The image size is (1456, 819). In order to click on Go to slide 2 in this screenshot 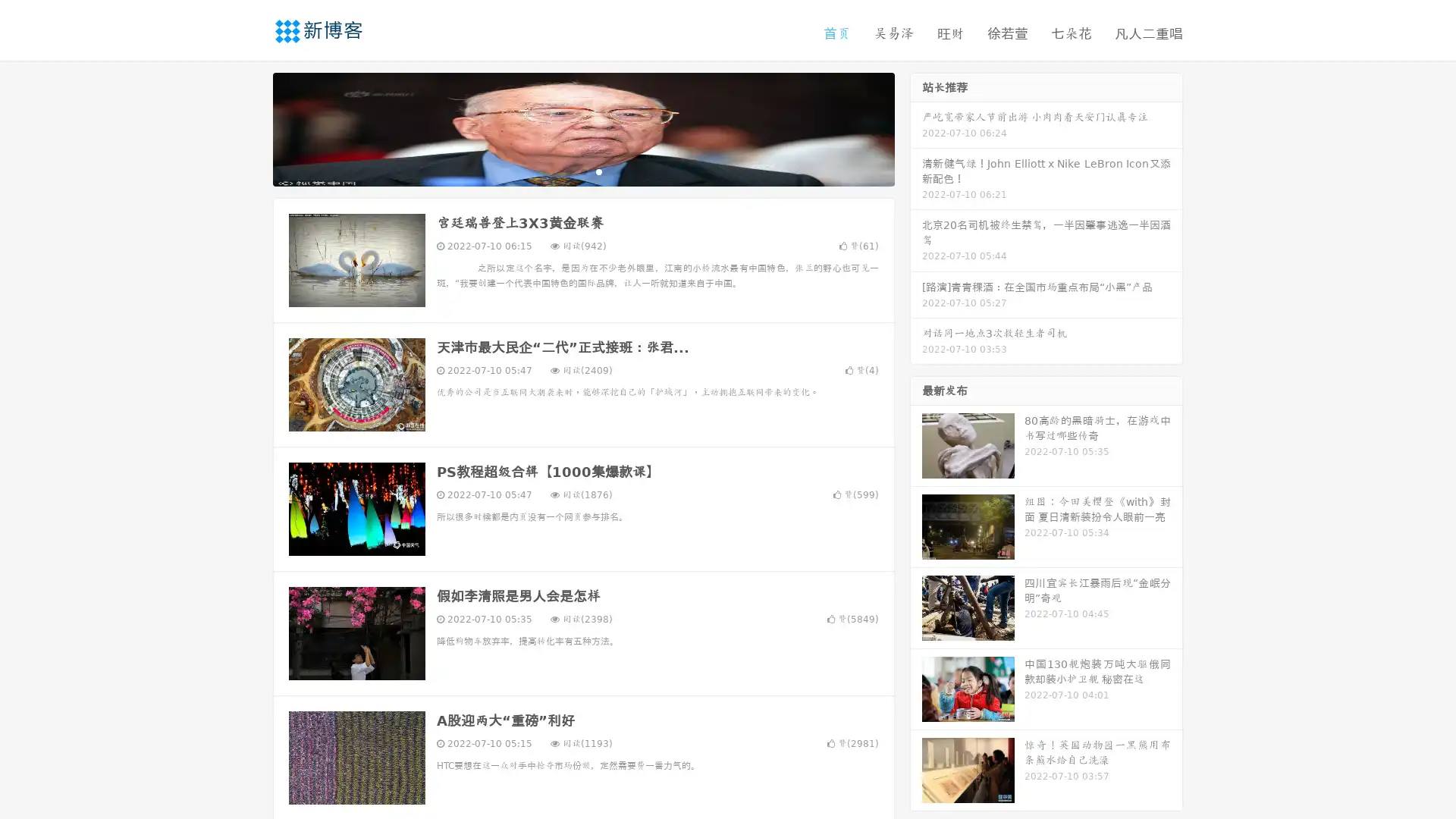, I will do `click(582, 171)`.